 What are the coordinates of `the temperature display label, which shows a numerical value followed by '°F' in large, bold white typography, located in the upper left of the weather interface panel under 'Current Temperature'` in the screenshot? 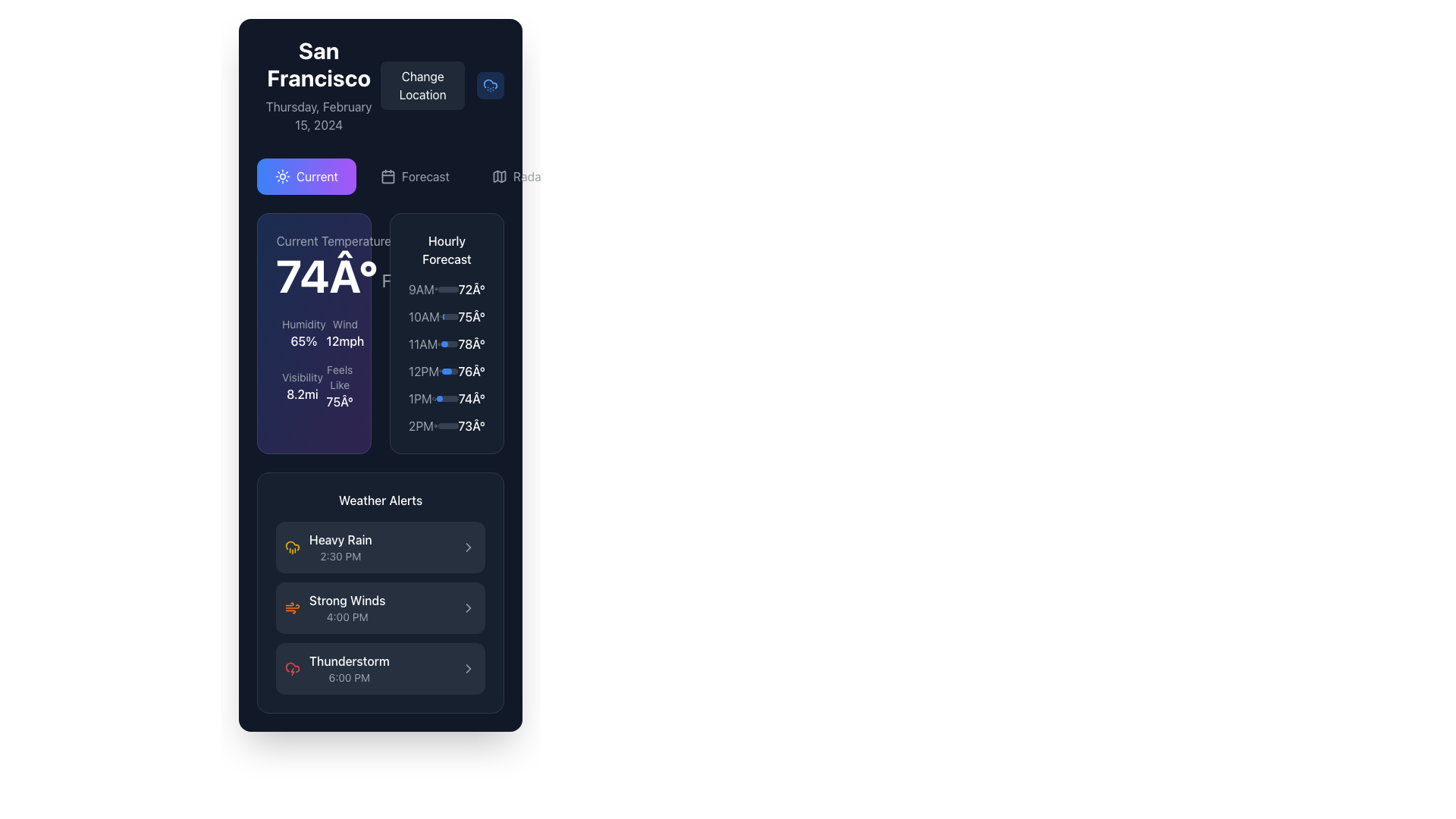 It's located at (333, 275).